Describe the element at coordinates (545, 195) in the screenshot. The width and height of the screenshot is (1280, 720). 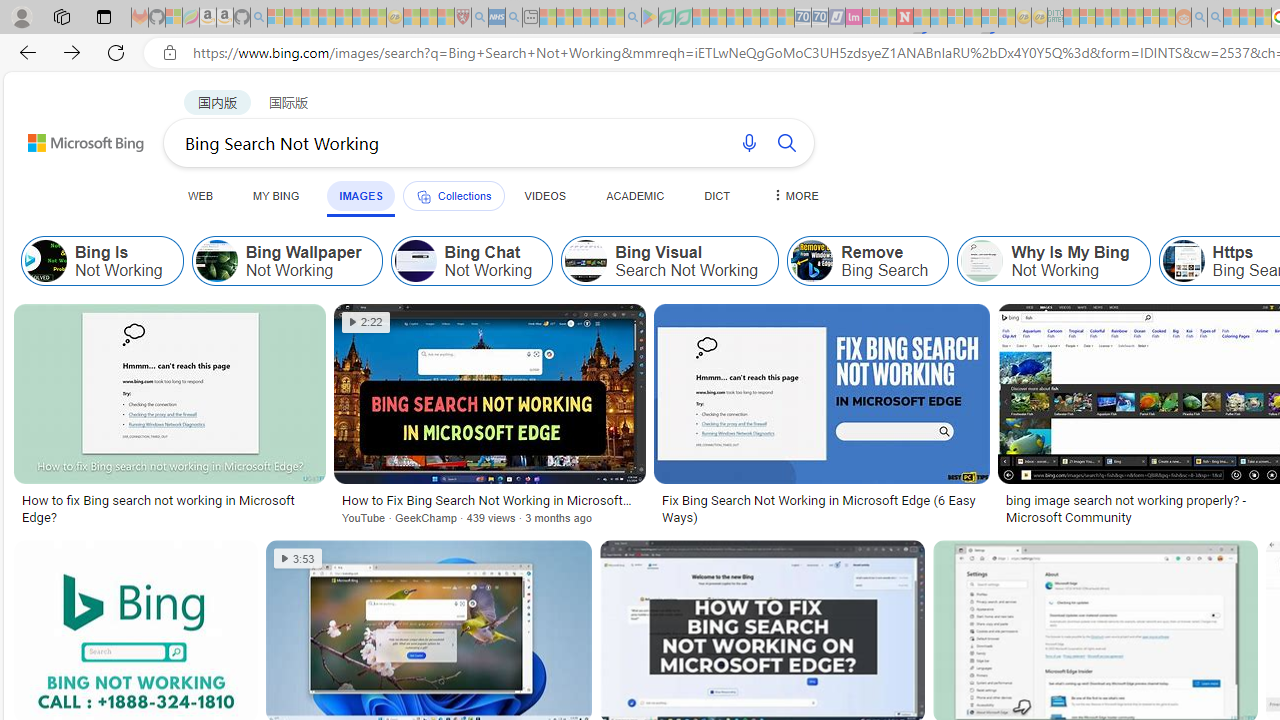
I see `'VIDEOS'` at that location.